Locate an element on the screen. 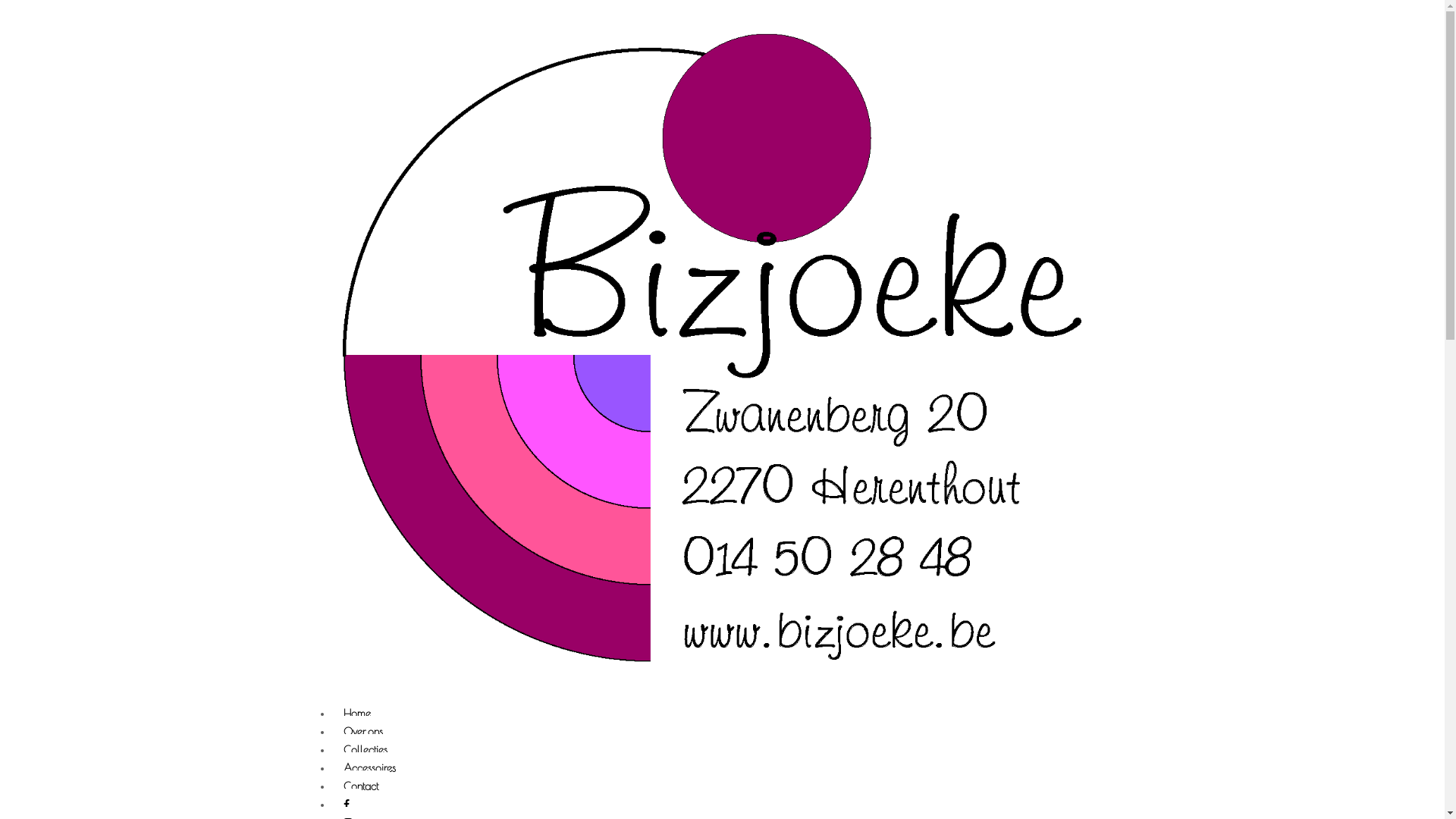 The image size is (1456, 819). 'Over ons' is located at coordinates (362, 732).